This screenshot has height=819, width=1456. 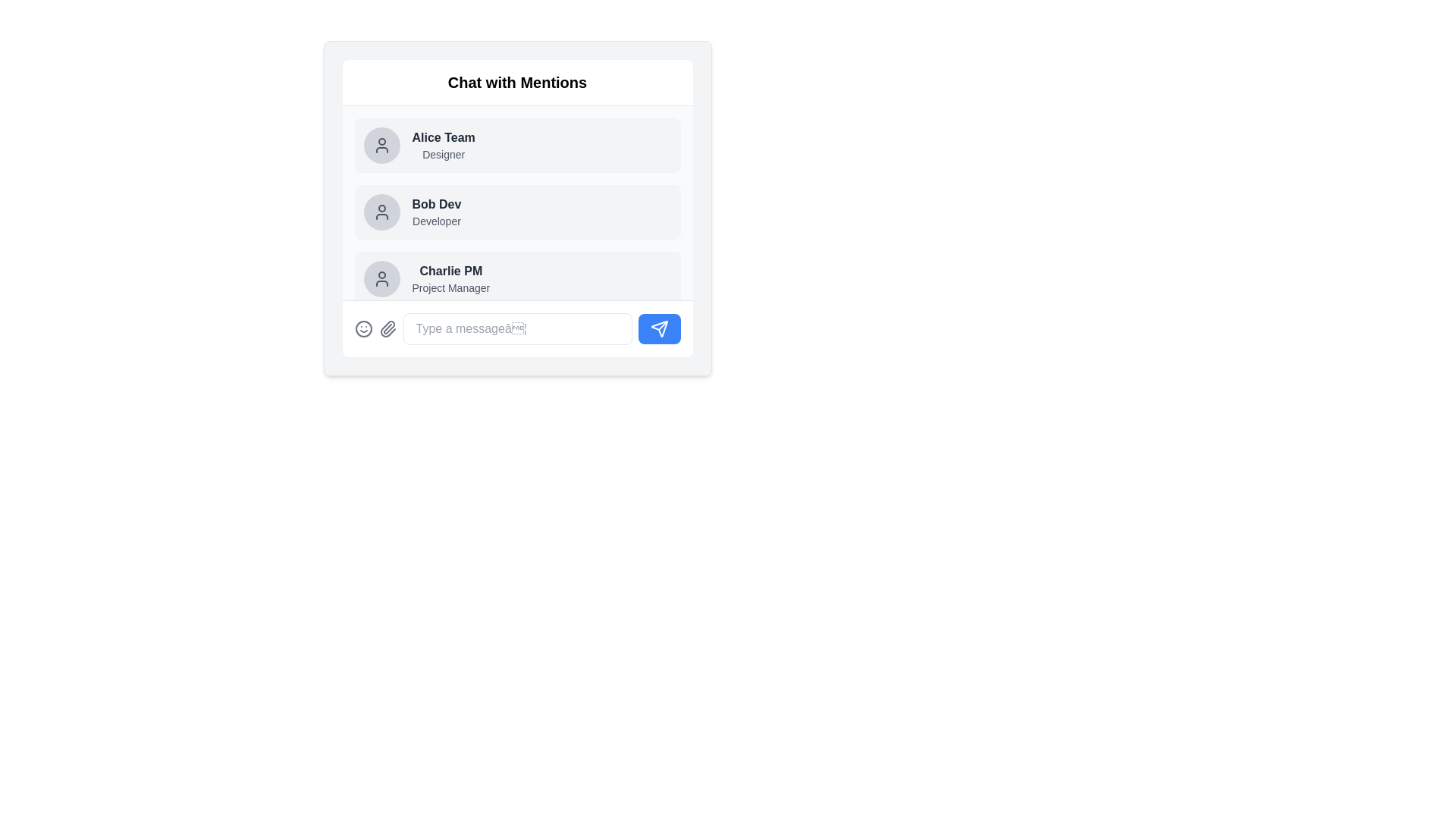 I want to click on the simplistic smiley face icon button located on the far left of the horizontal row of icons at the bottom of the chat interface, so click(x=362, y=328).